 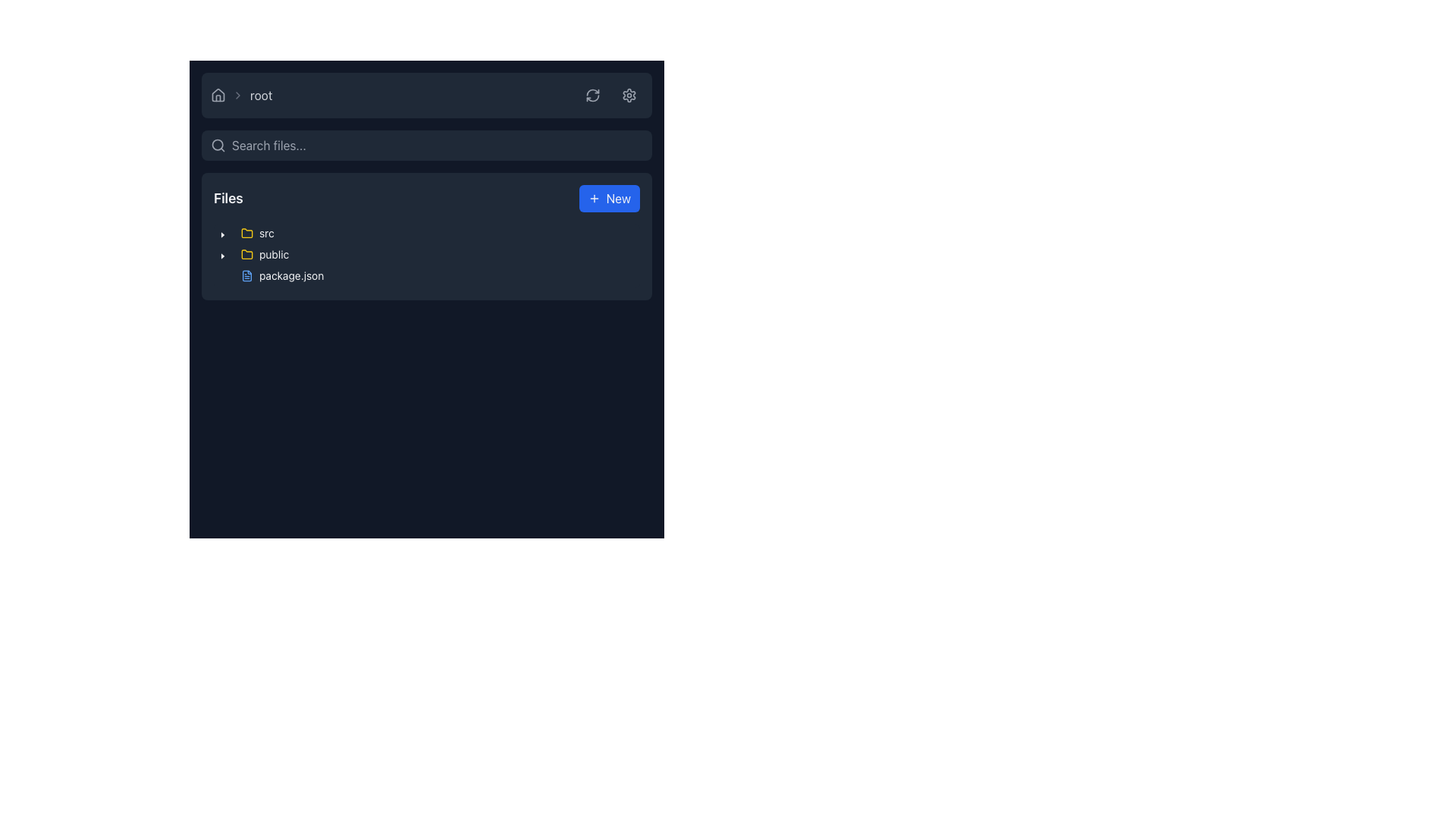 What do you see at coordinates (282, 275) in the screenshot?
I see `the list item displaying the text 'package.json' with a blue file icon` at bounding box center [282, 275].